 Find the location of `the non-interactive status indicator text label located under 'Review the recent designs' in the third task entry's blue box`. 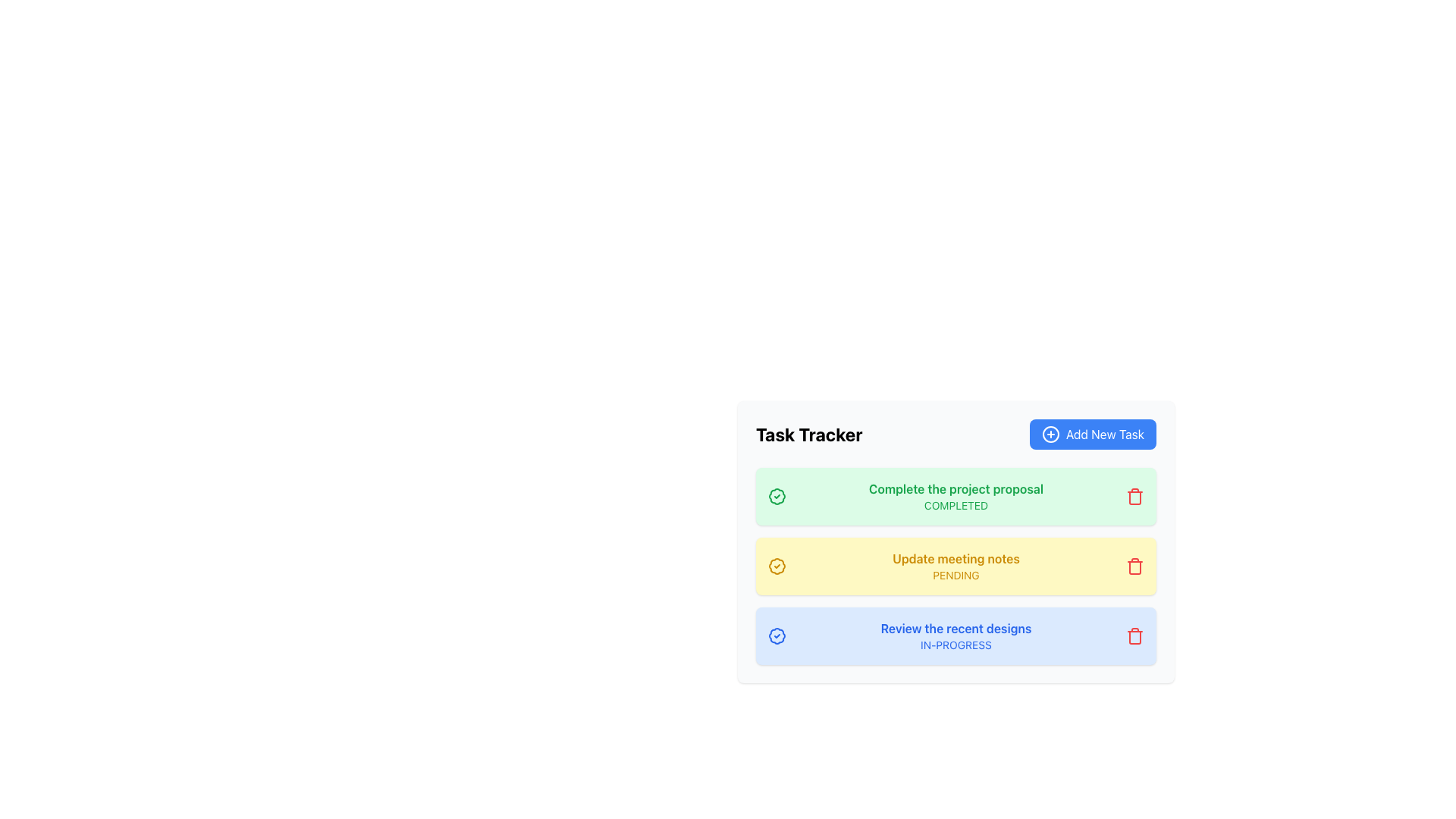

the non-interactive status indicator text label located under 'Review the recent designs' in the third task entry's blue box is located at coordinates (955, 645).